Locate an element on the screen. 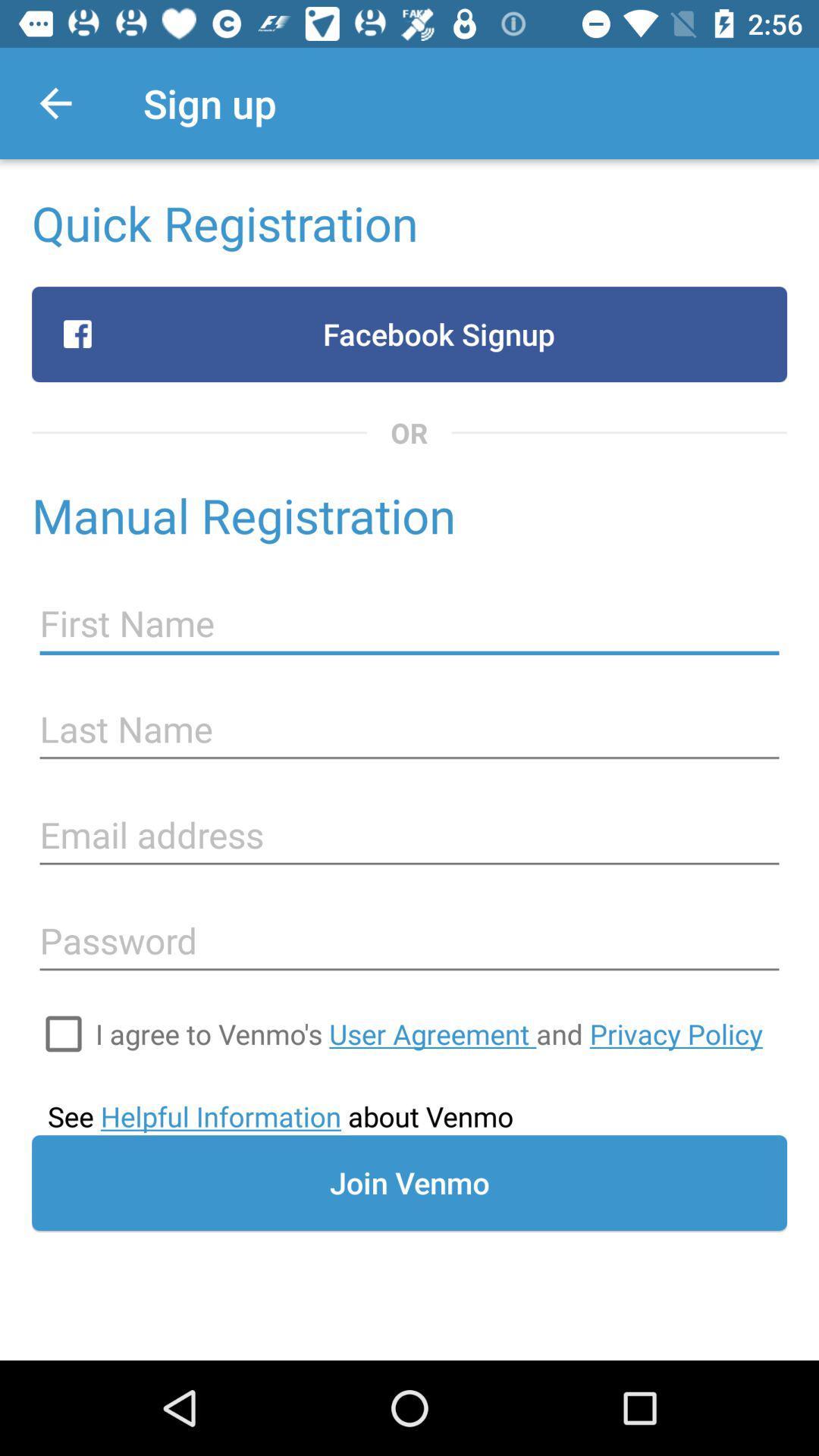 Image resolution: width=819 pixels, height=1456 pixels. icon to the left of i agree to item is located at coordinates (63, 1033).